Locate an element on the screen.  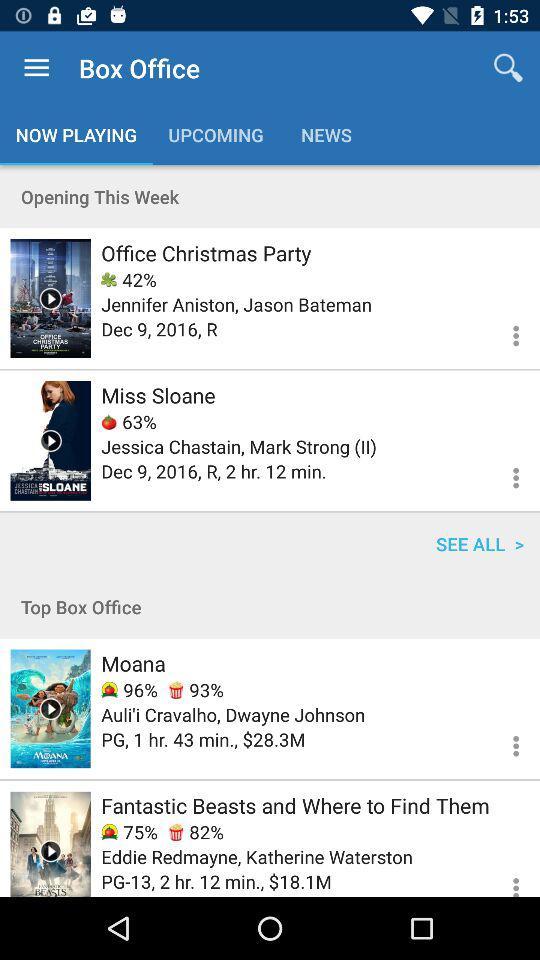
item to the left of box office is located at coordinates (36, 68).